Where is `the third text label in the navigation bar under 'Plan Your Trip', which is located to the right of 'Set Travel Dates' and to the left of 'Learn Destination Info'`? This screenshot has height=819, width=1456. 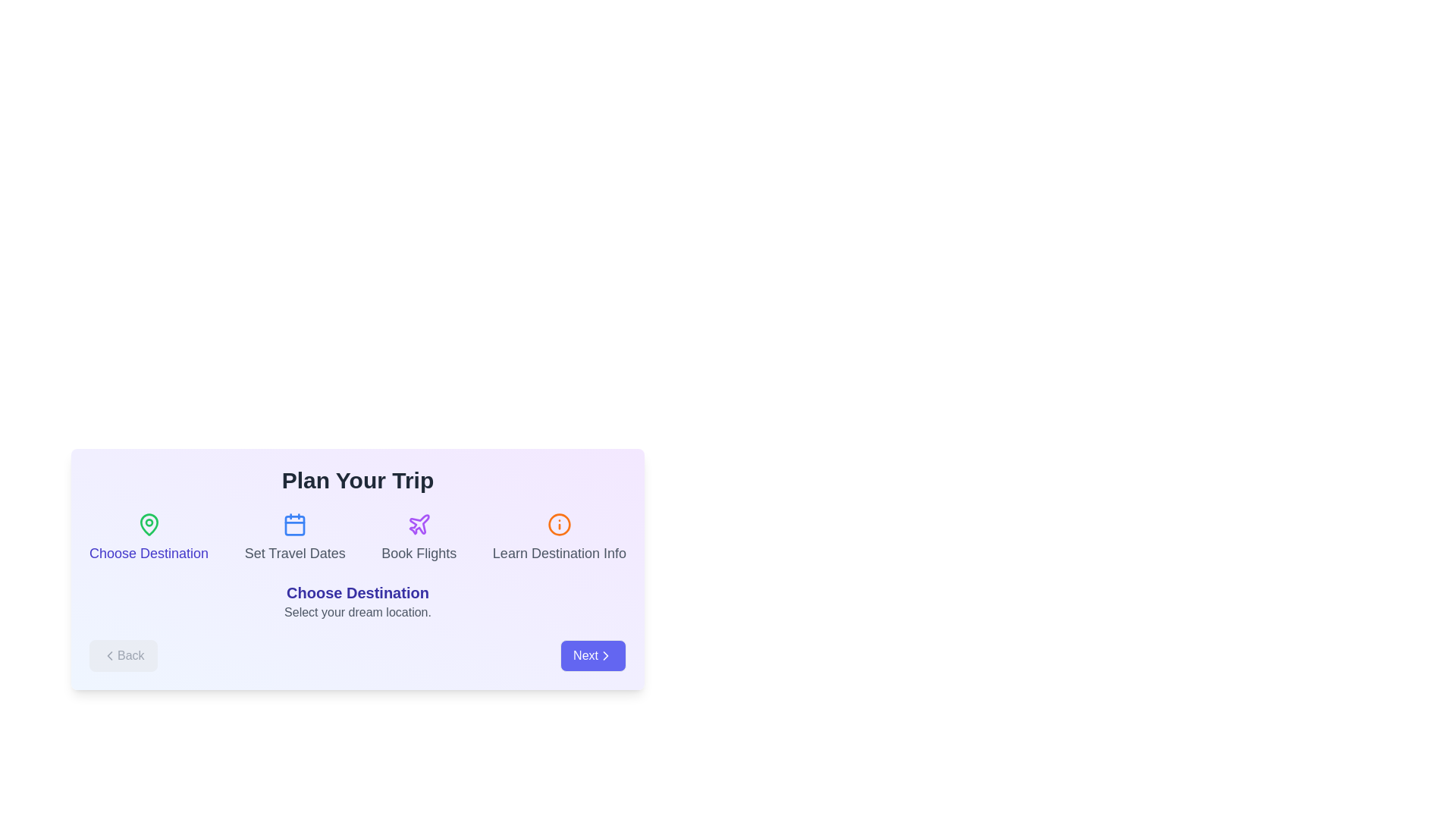
the third text label in the navigation bar under 'Plan Your Trip', which is located to the right of 'Set Travel Dates' and to the left of 'Learn Destination Info' is located at coordinates (419, 553).